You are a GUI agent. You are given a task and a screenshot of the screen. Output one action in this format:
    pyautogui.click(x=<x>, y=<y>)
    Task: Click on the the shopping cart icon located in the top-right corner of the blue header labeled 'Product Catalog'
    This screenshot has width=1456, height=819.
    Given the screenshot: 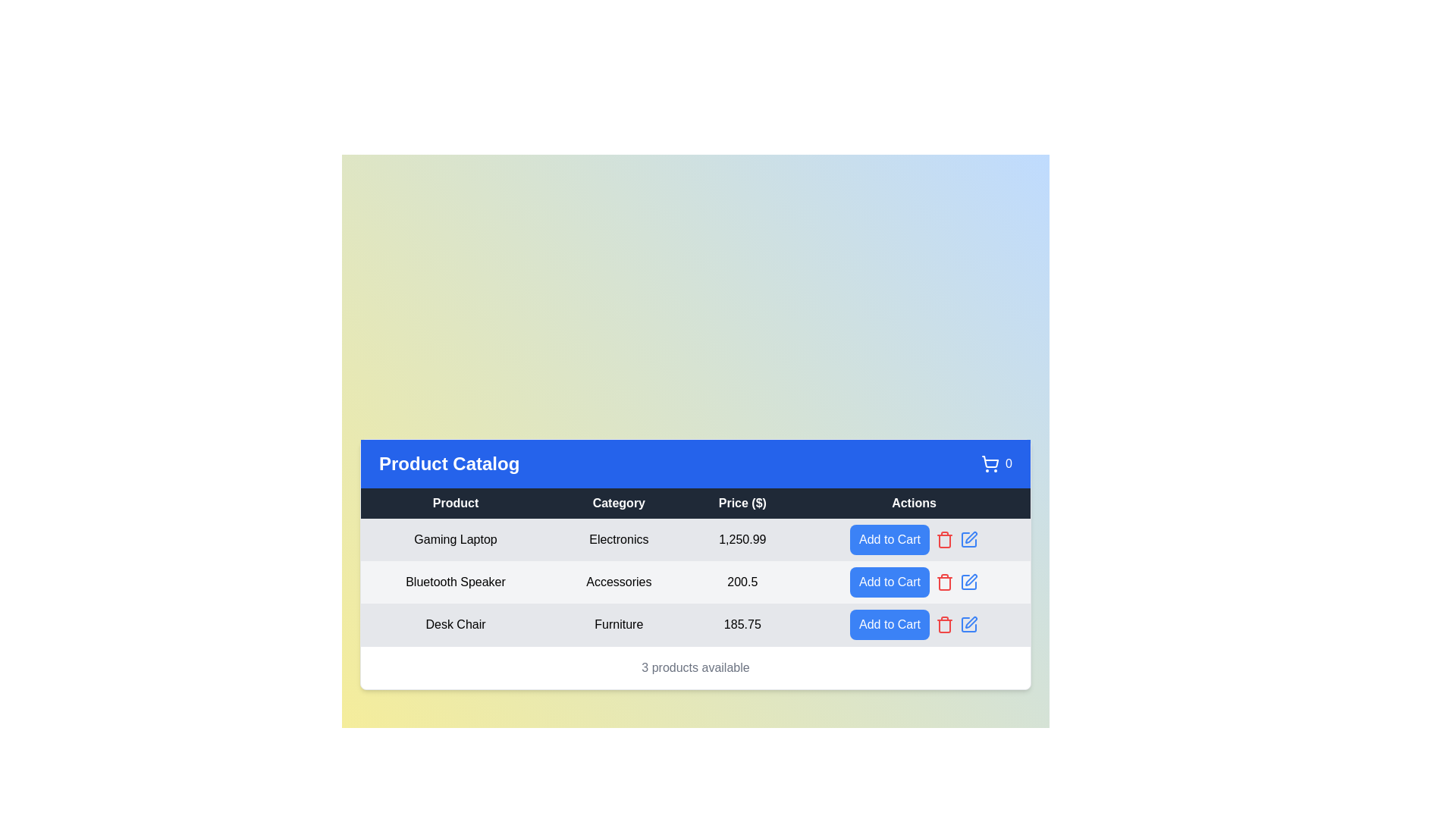 What is the action you would take?
    pyautogui.click(x=996, y=463)
    